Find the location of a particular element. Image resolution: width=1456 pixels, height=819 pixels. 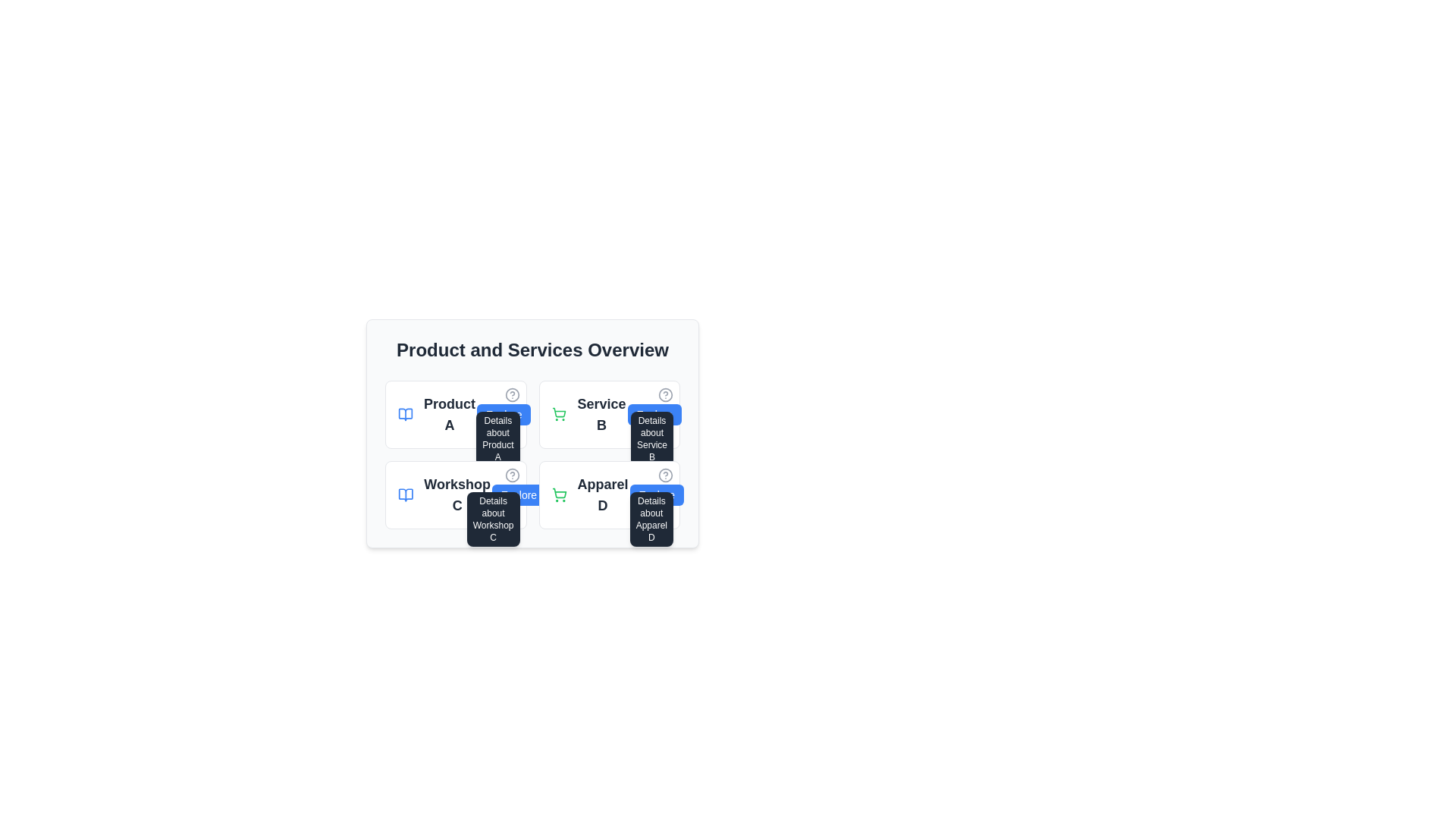

the text element that identifies a category or section in the 'Product and Services Overview', located in the bottom right quadrant below 'Service B' and next to 'Workshop C' is located at coordinates (602, 494).